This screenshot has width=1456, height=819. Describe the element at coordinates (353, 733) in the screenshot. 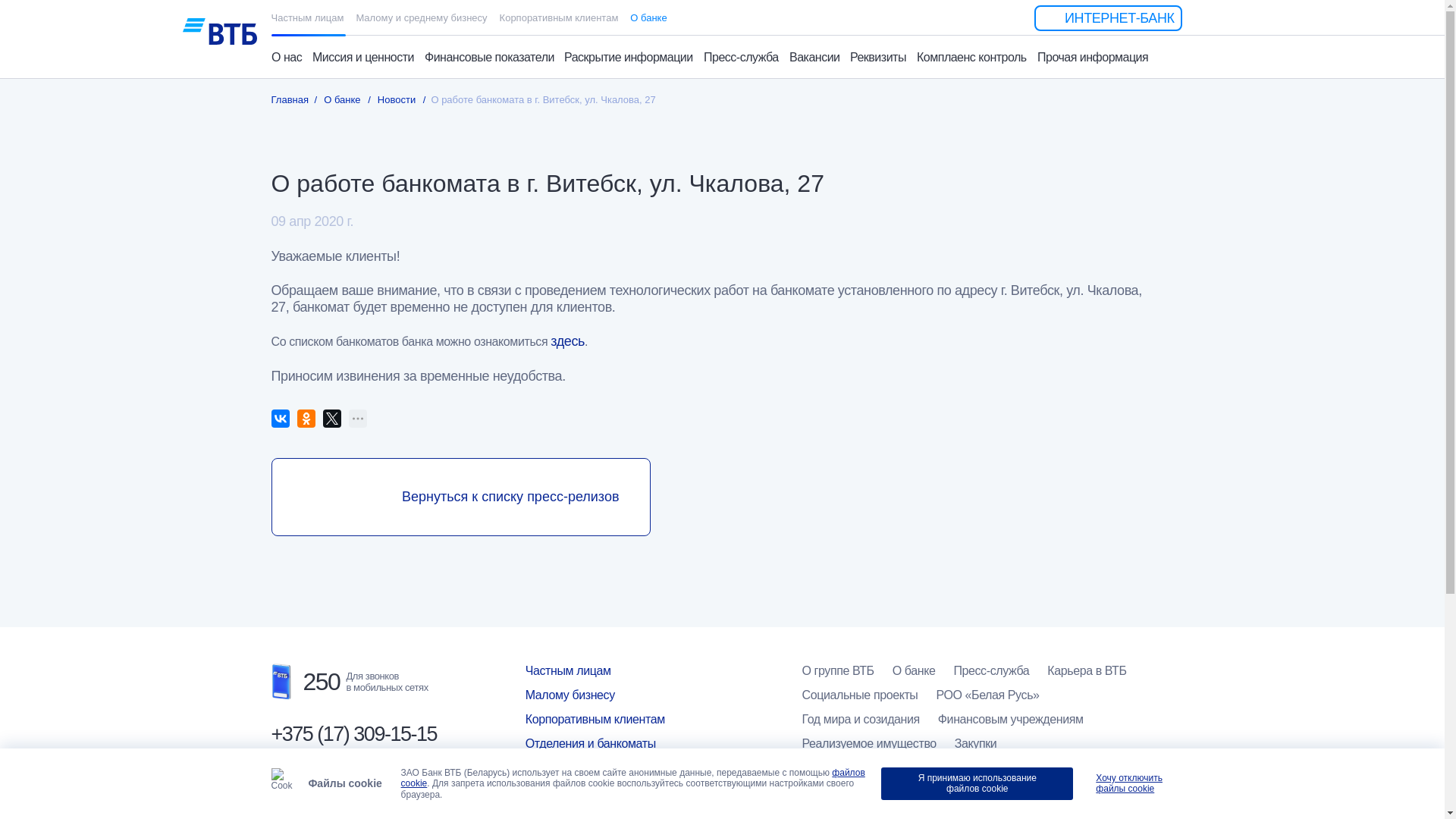

I see `'+375 (17) 309-15-15'` at that location.